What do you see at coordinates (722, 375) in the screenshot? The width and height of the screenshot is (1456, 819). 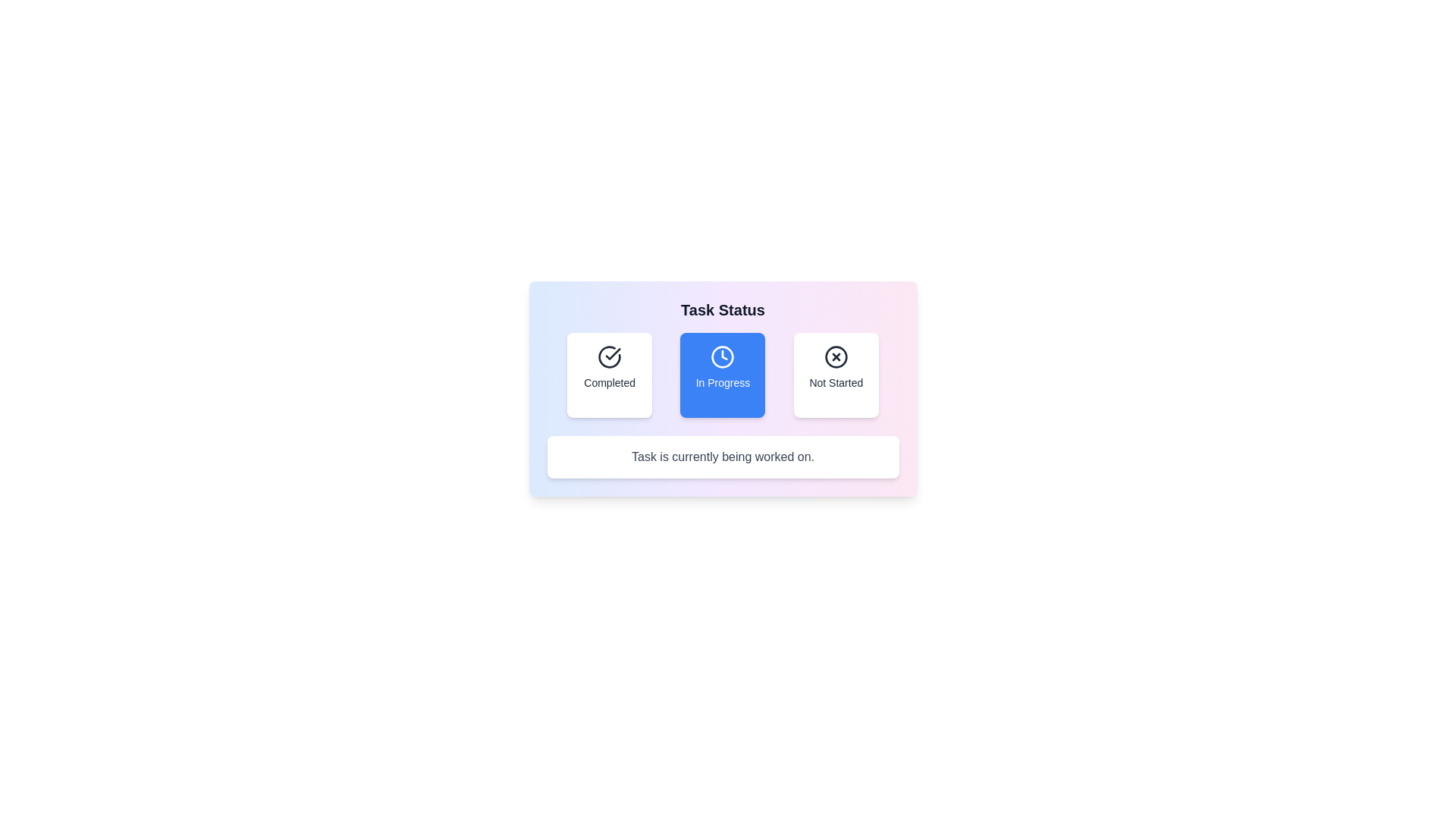 I see `the status button corresponding to In Progress` at bounding box center [722, 375].